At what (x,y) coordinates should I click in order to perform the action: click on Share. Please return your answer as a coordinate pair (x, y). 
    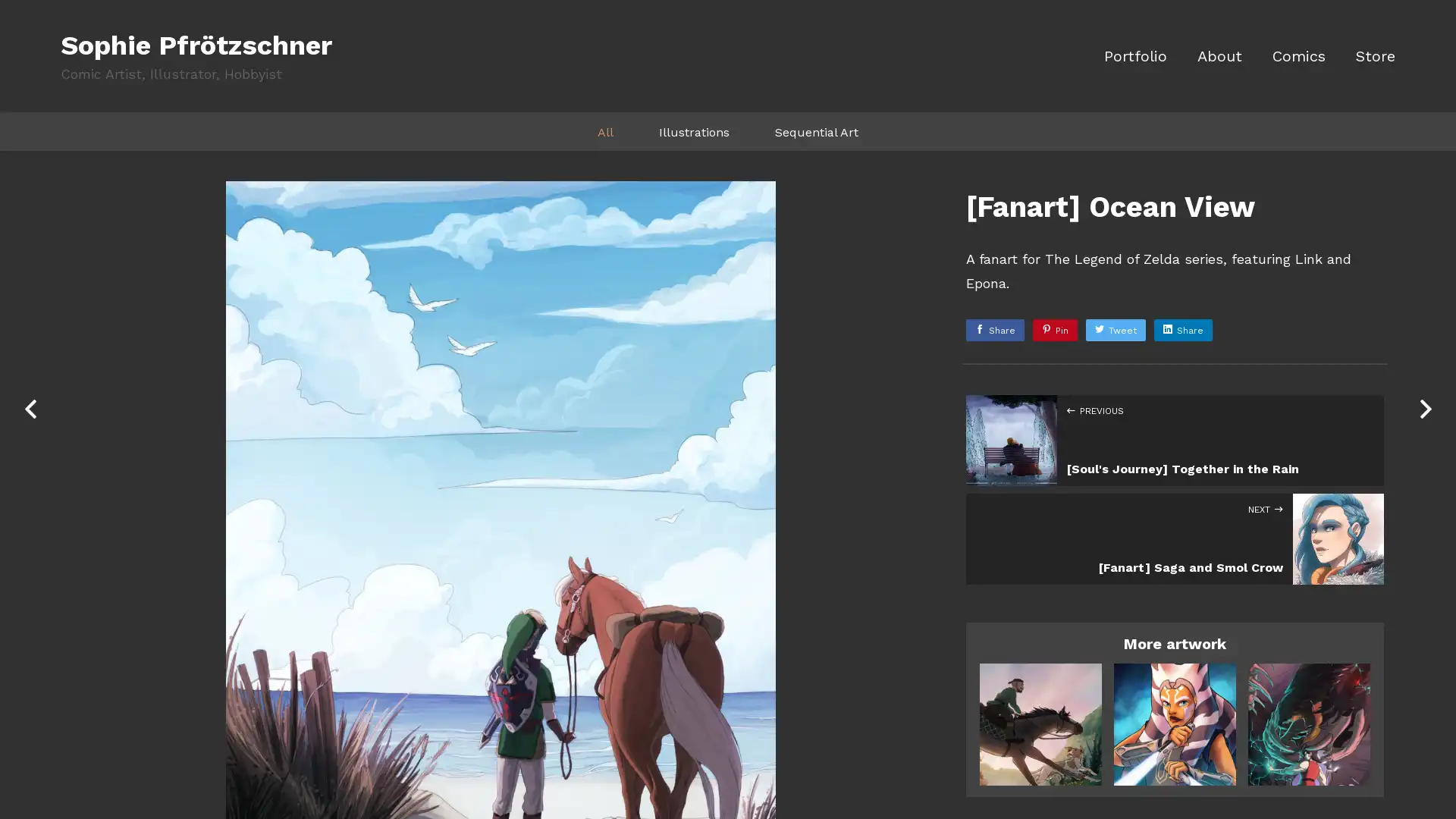
    Looking at the image, I should click on (1182, 329).